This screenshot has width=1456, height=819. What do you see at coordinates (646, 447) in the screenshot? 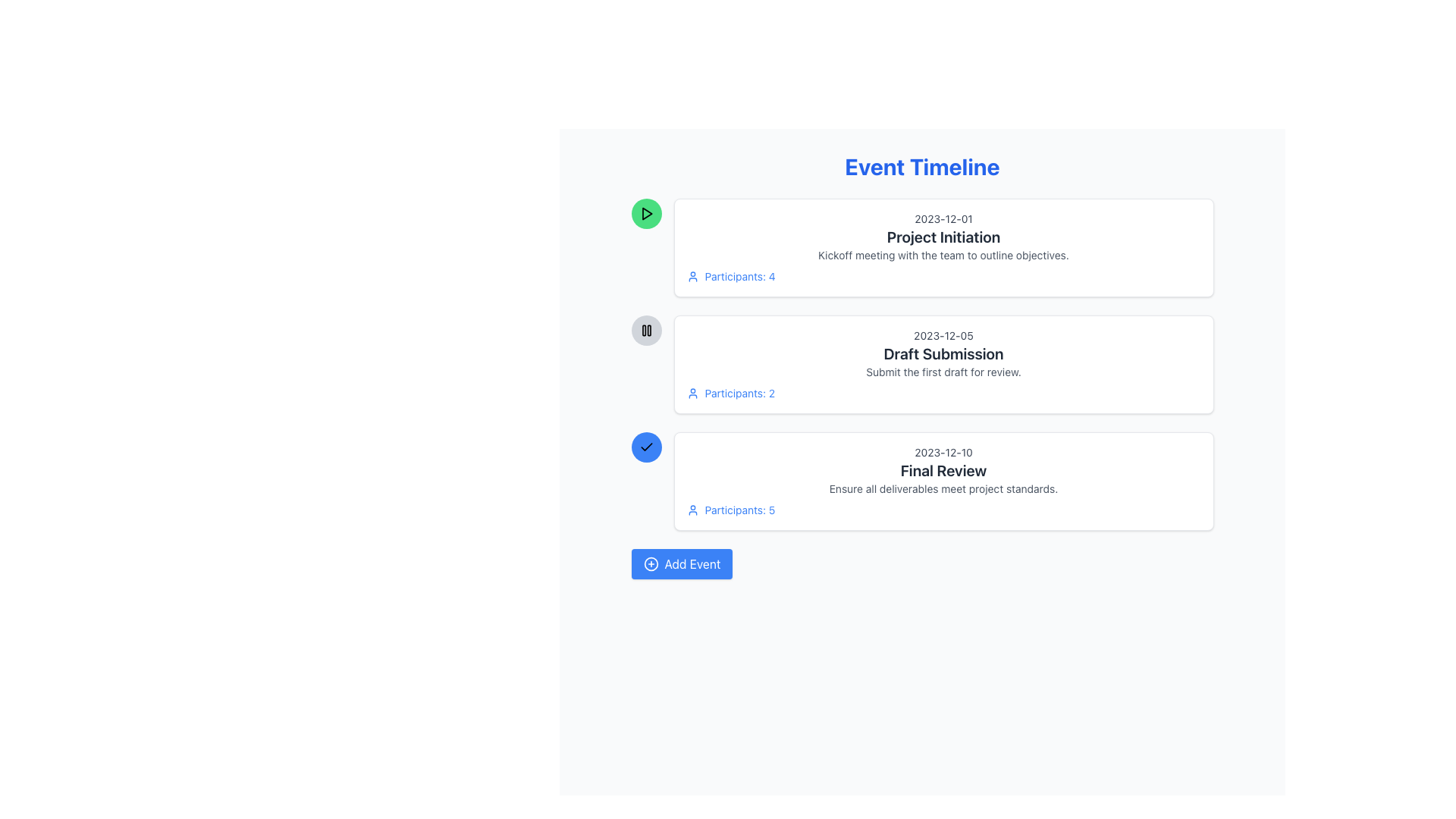
I see `the checkmark icon with a black stroke positioned centrally within a blue circular background at the bottom-most blue circle of the vertical timeline interface, adjacent to the 'Final Review' section` at bounding box center [646, 447].